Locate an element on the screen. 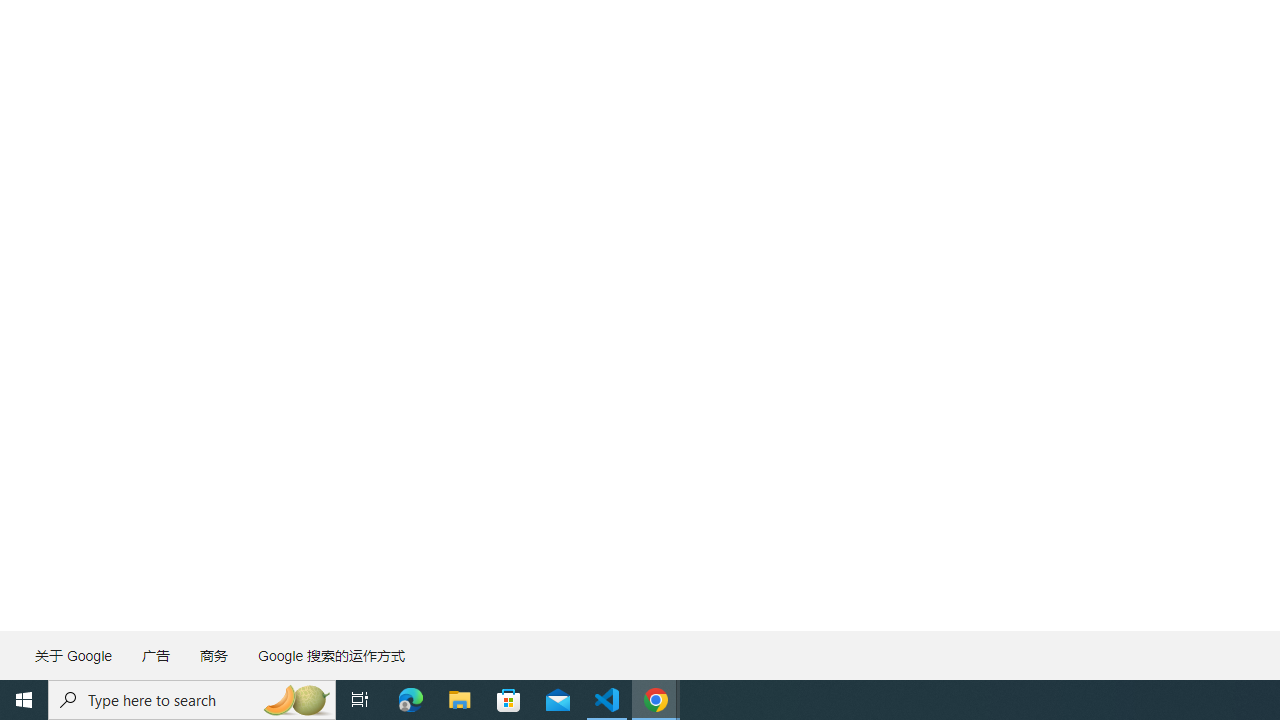 The height and width of the screenshot is (720, 1280). 'File Explorer' is located at coordinates (459, 698).